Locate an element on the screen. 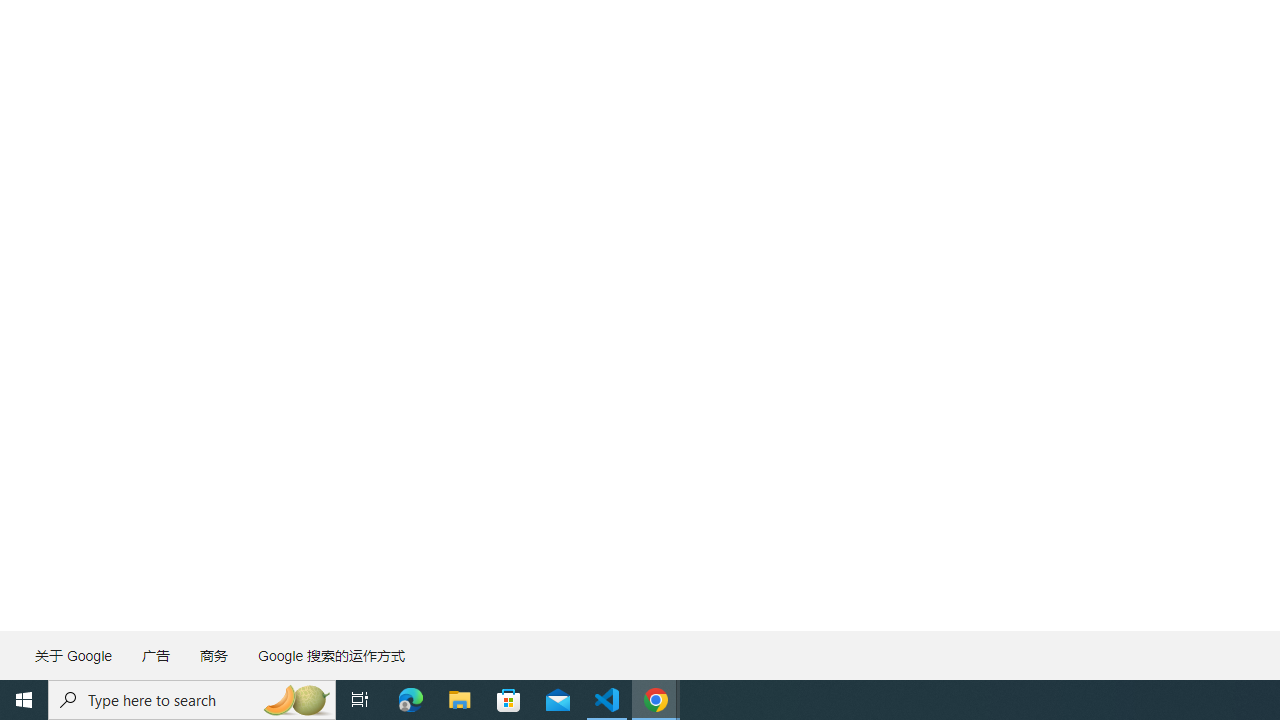 The height and width of the screenshot is (720, 1280). 'File Explorer' is located at coordinates (459, 698).